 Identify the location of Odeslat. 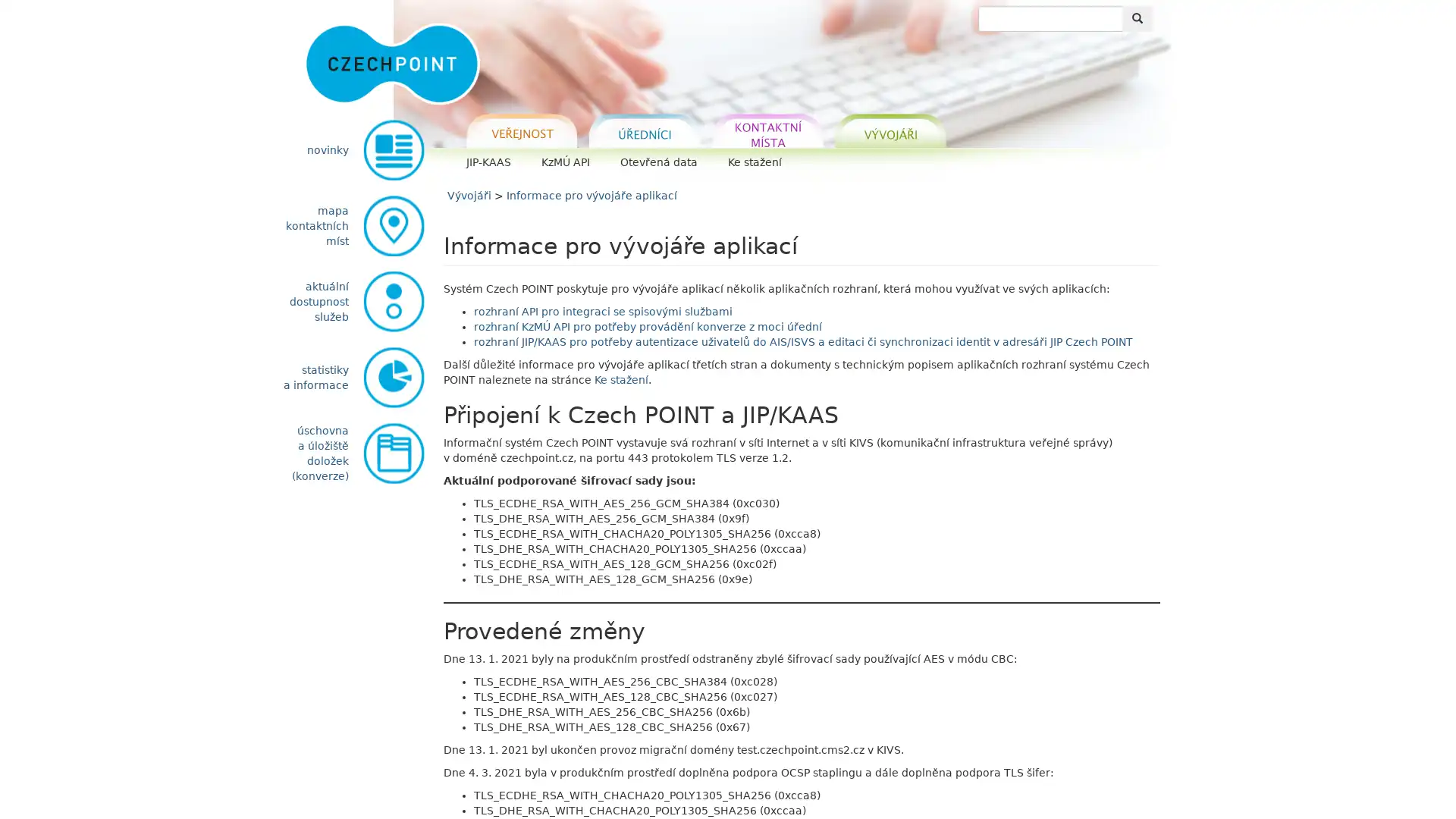
(1137, 18).